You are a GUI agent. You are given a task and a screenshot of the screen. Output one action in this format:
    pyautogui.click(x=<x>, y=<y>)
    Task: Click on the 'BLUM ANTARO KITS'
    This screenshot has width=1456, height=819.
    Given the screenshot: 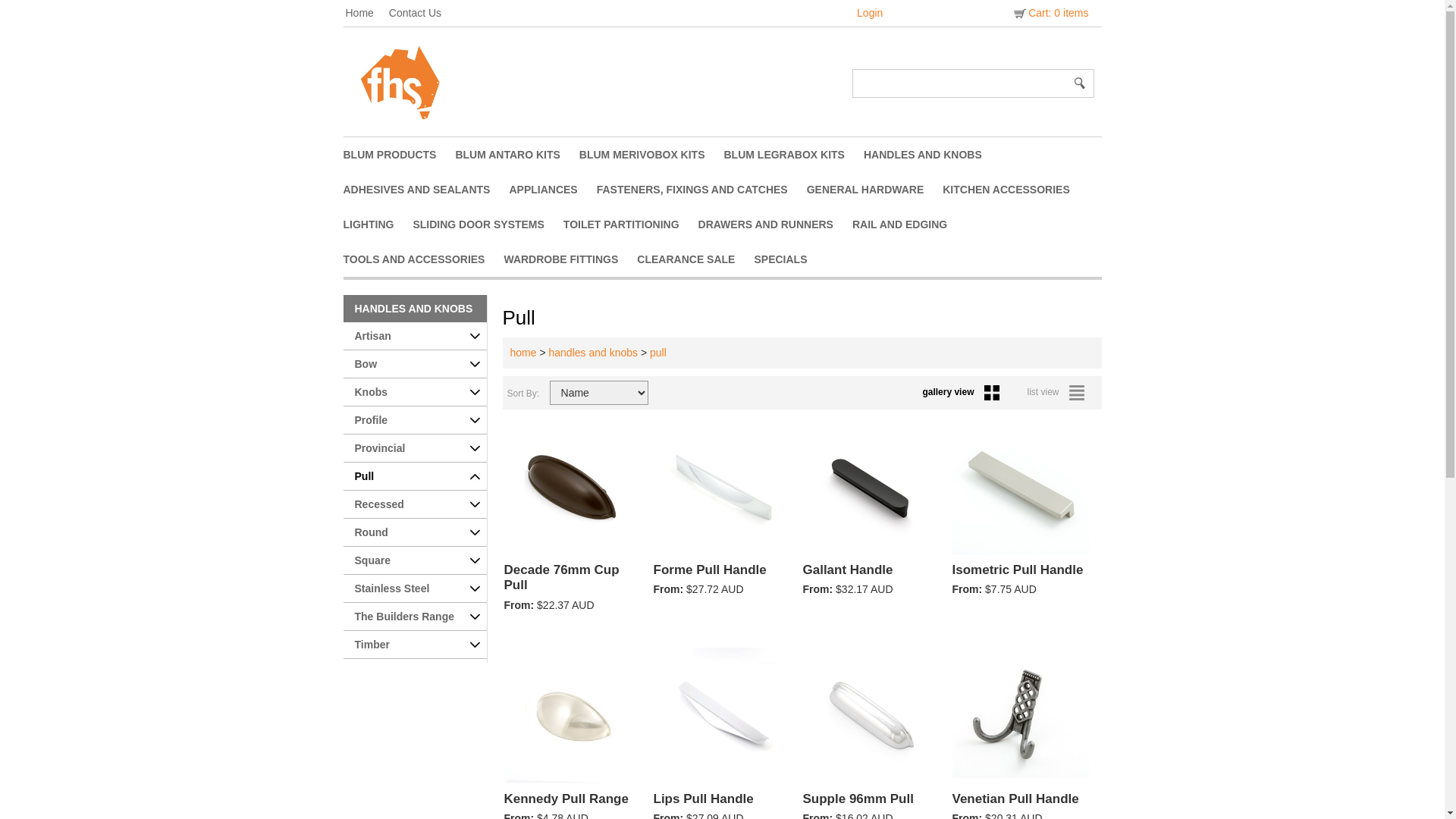 What is the action you would take?
    pyautogui.click(x=454, y=155)
    